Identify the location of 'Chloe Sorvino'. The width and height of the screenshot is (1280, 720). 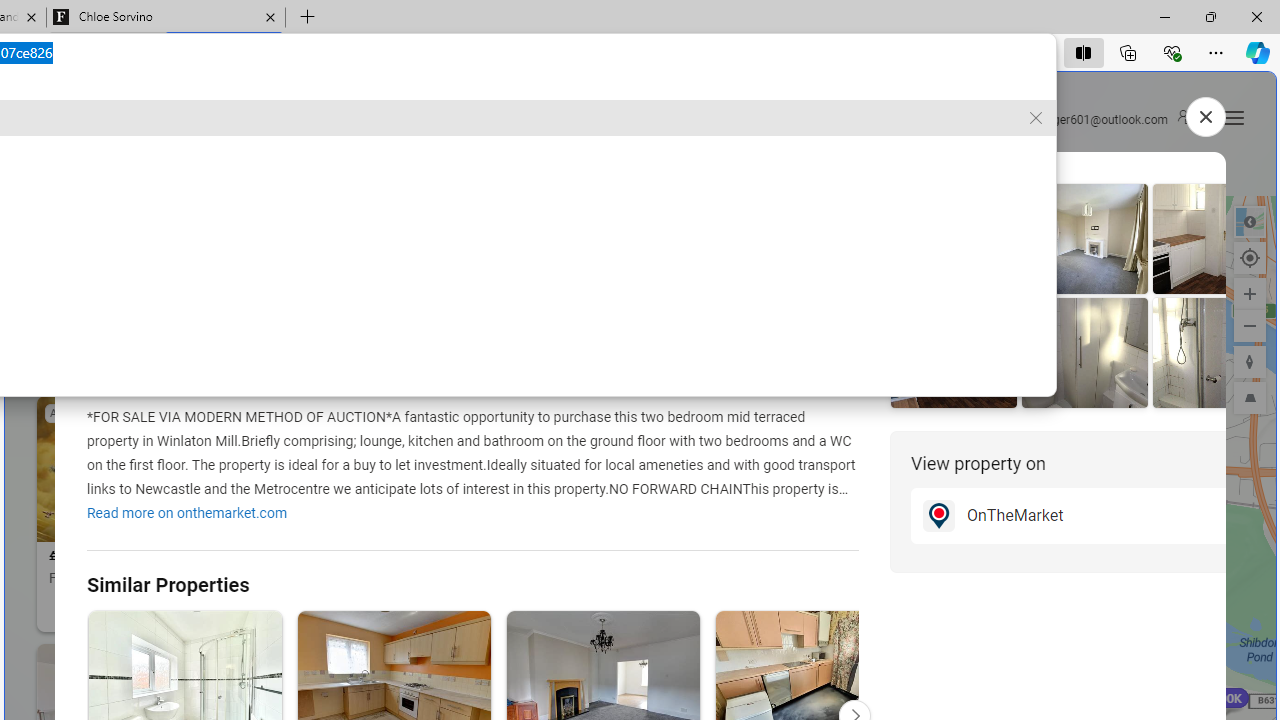
(166, 17).